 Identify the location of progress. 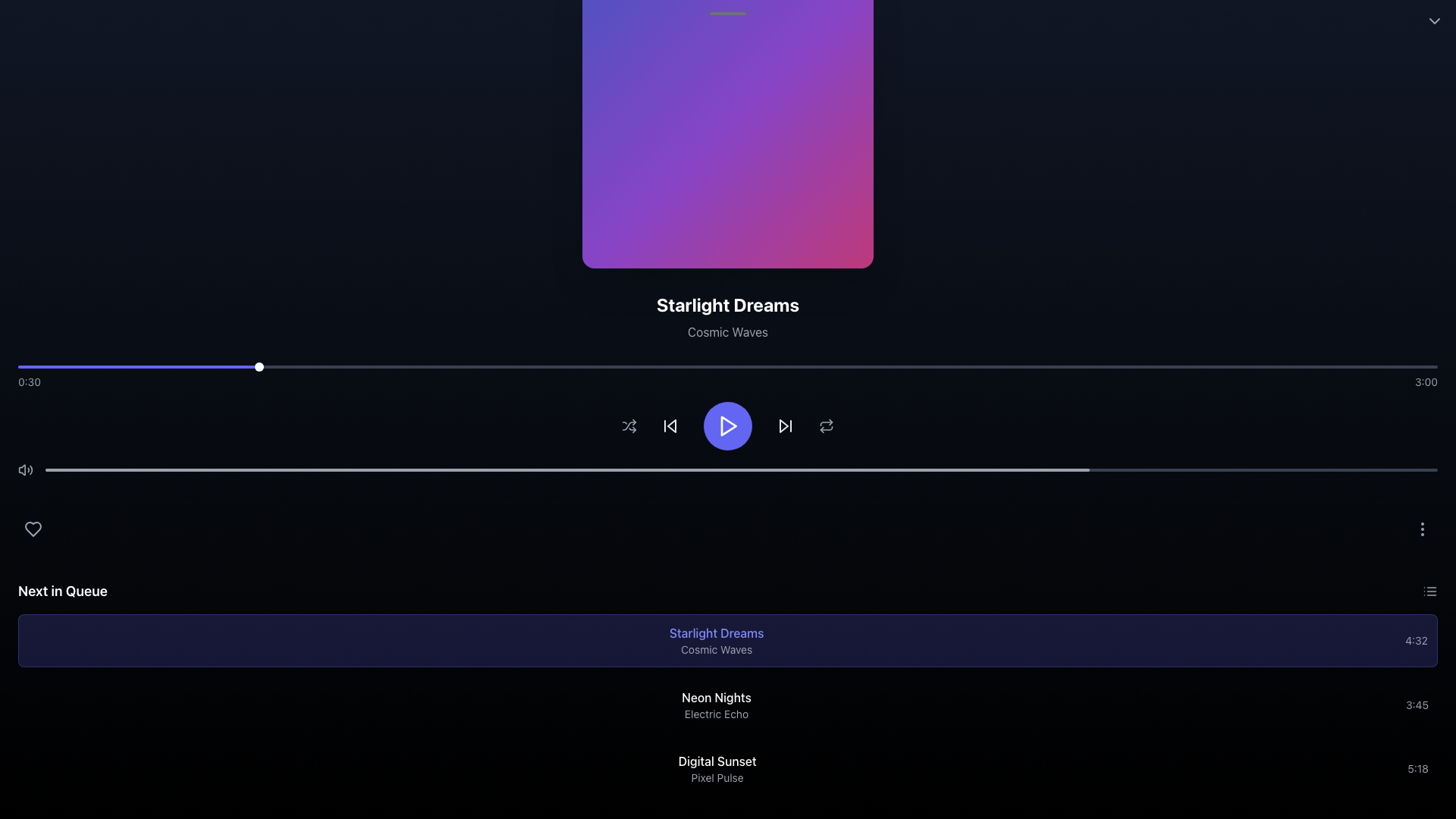
(192, 366).